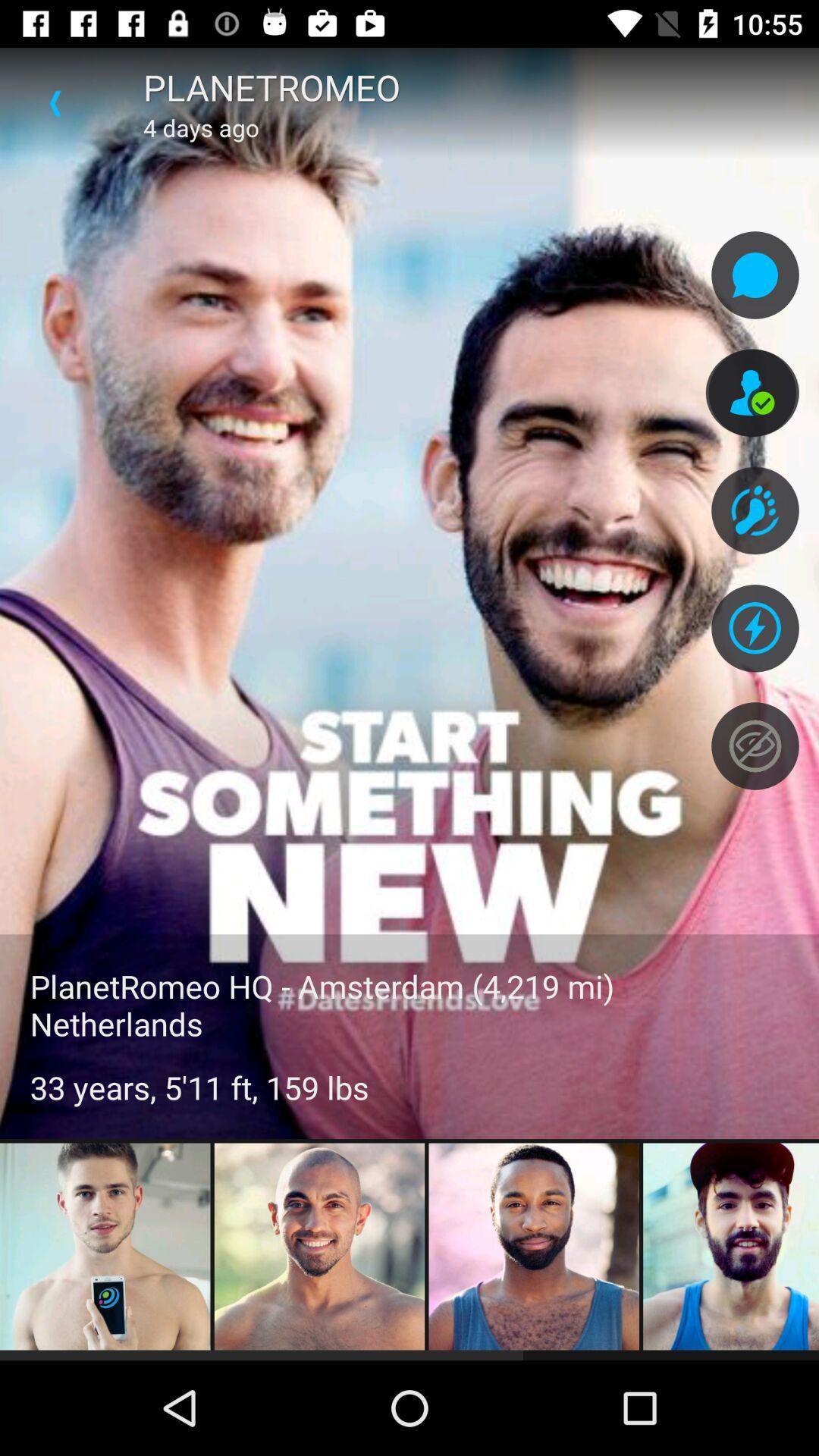 Image resolution: width=819 pixels, height=1456 pixels. Describe the element at coordinates (755, 275) in the screenshot. I see `the chat icon` at that location.